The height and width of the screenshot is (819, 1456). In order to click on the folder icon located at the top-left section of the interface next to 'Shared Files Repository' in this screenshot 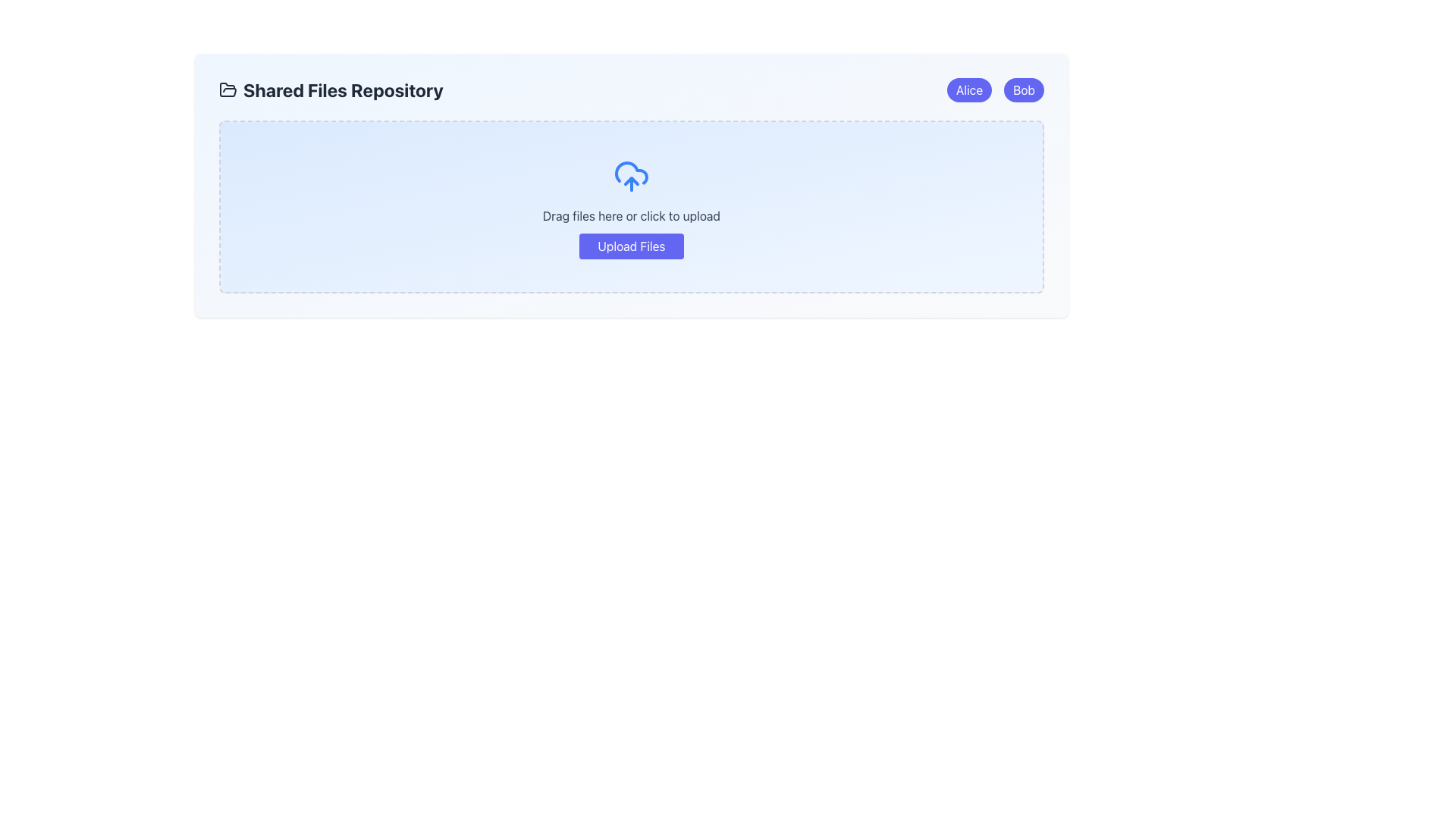, I will do `click(227, 89)`.